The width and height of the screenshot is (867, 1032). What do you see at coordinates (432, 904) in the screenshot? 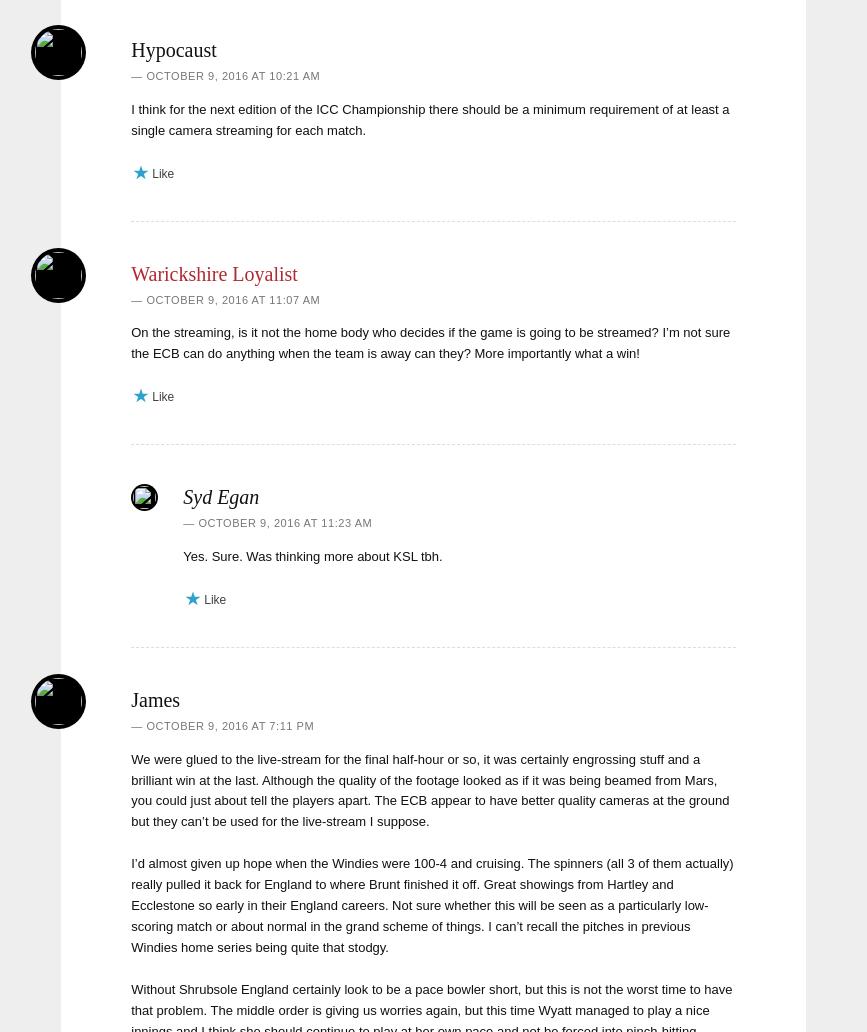
I see `'I’d almost given up hope when the Windies were 100-4 and cruising. The spinners (all 3 of them actually) really pulled it back for England to where Brunt finished it off. Great showings from Hartley and Ecclestone so early in their England careers. Not sure whether this will be seen as a particularly low-scoring match or about normal in the grand scheme of things. I can’t recall the pitches in previous Windies home series being quite that stodgy.'` at bounding box center [432, 904].